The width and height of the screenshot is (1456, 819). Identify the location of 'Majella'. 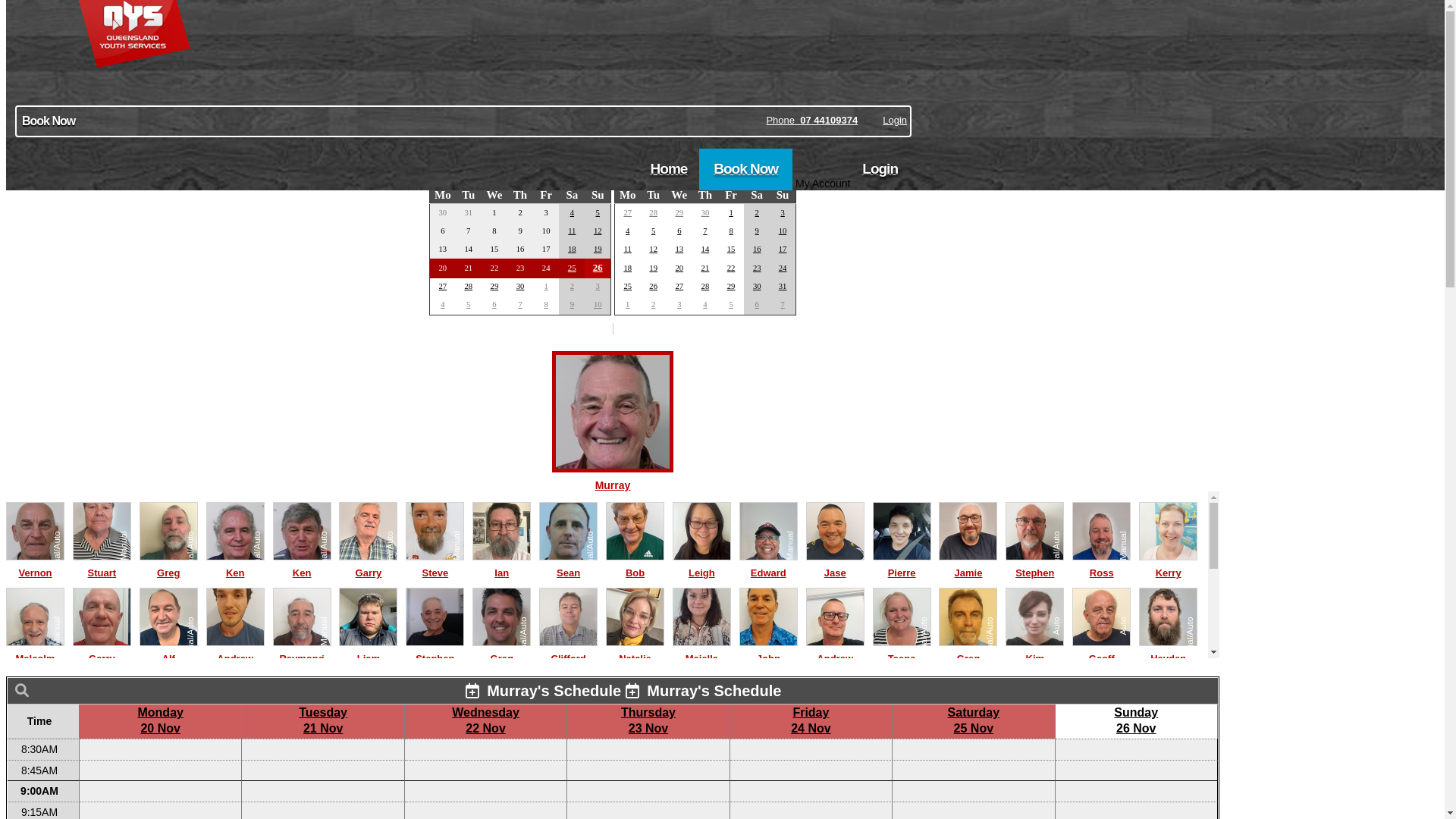
(701, 650).